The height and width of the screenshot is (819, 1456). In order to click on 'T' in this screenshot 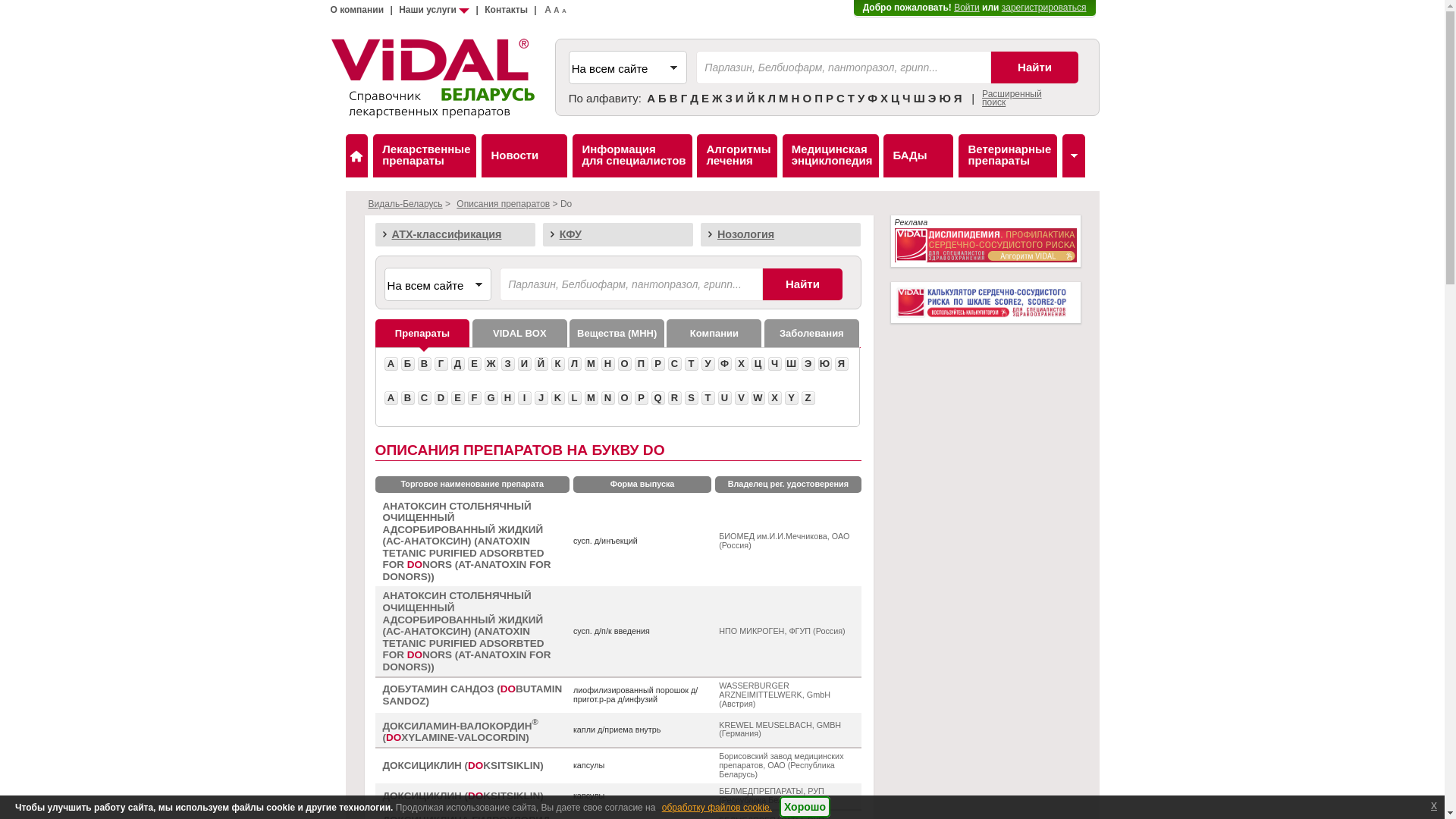, I will do `click(700, 397)`.